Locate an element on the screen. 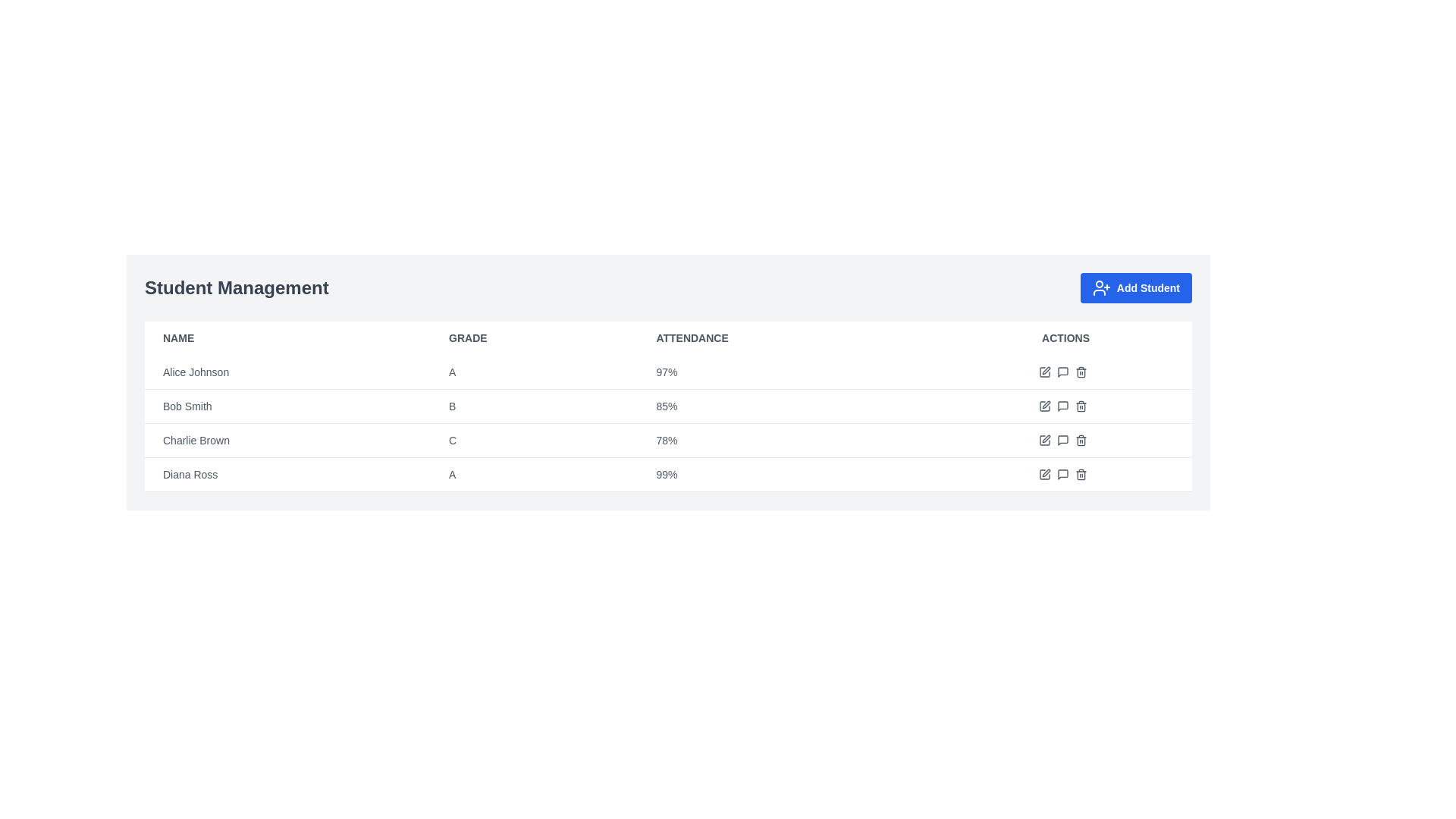 Image resolution: width=1456 pixels, height=819 pixels. the small trash can icon located in the 'Actions' column of the row corresponding to 'Diana Ross' is located at coordinates (1080, 473).